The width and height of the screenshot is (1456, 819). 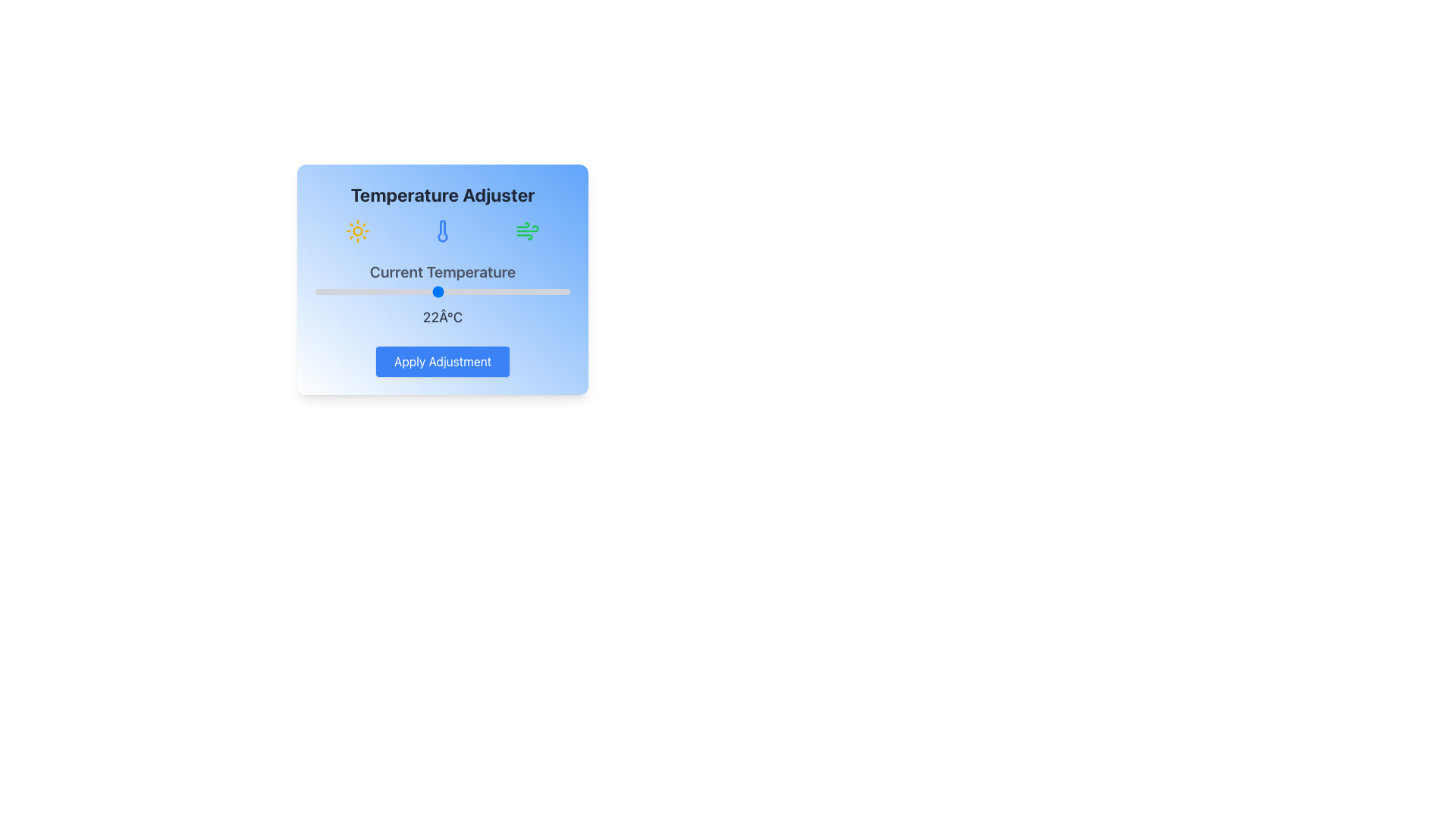 What do you see at coordinates (356, 231) in the screenshot?
I see `the sun icon in the 'Temperature Adjuster' interface` at bounding box center [356, 231].